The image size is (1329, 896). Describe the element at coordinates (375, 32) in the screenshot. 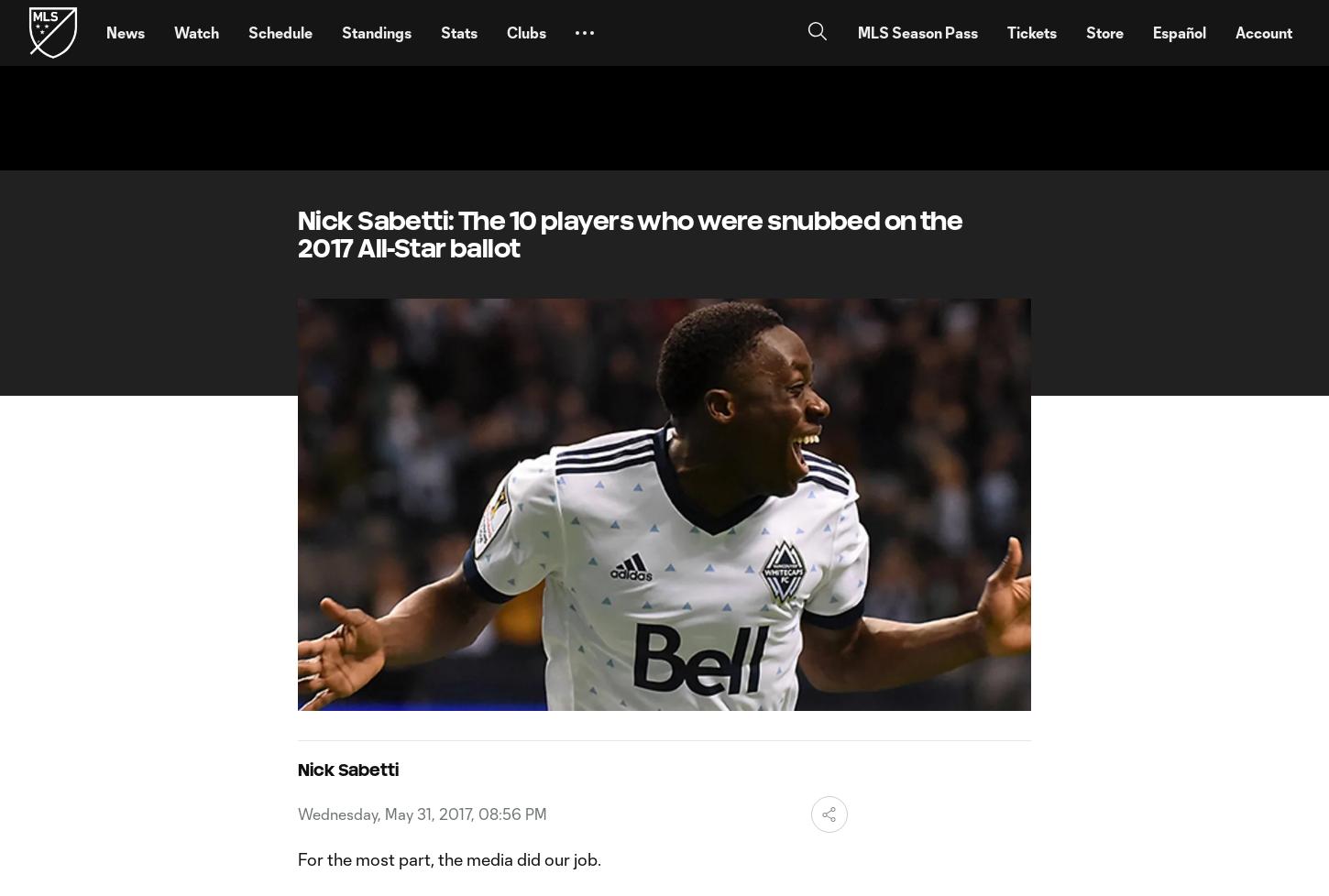

I see `'Standings'` at that location.